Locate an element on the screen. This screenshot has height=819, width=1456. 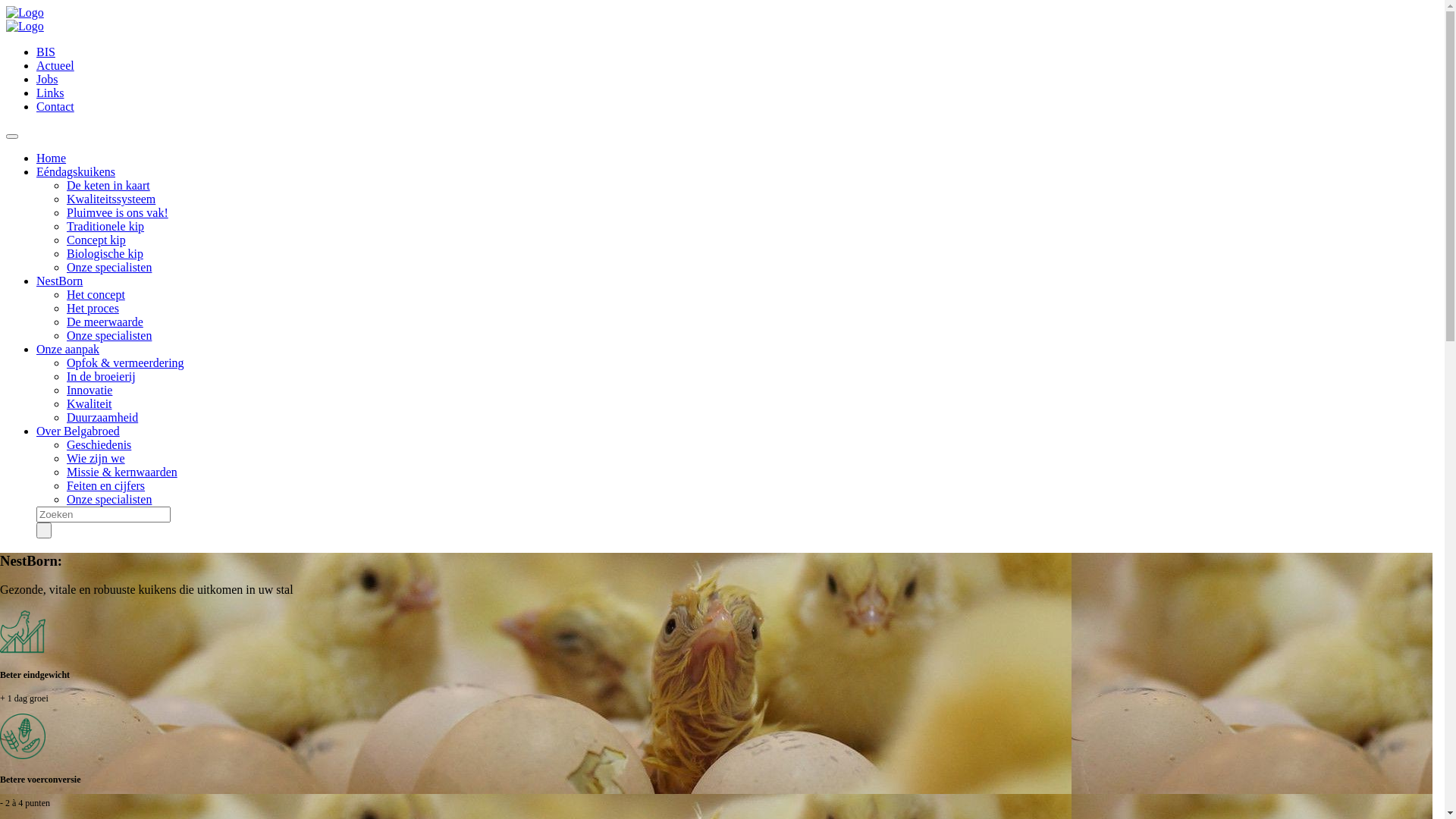
'Kwaliteitssysteem' is located at coordinates (110, 198).